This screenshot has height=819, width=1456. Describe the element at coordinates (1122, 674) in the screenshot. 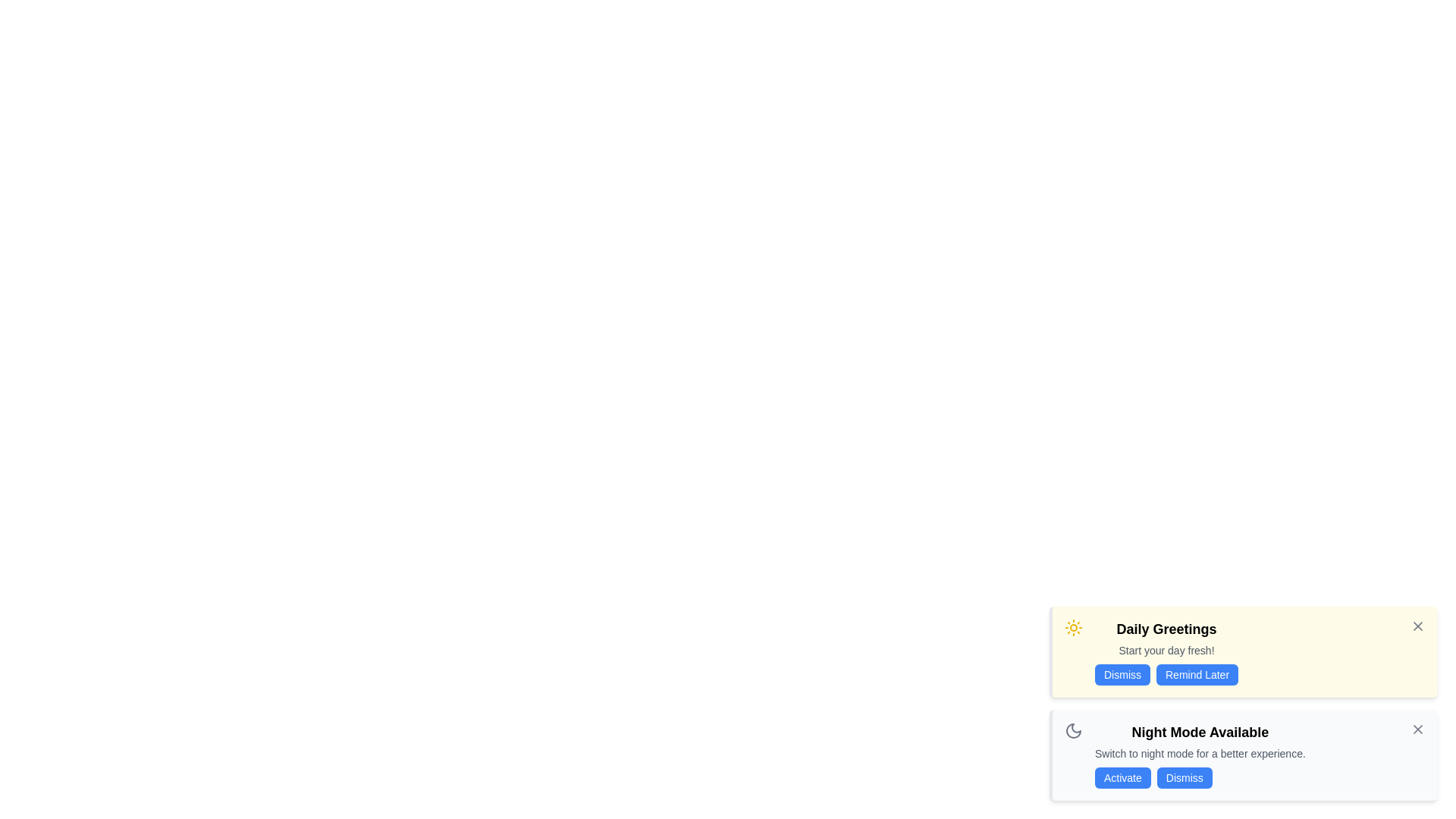

I see `'Dismiss' button for the 'Daily Greetings' notification` at that location.